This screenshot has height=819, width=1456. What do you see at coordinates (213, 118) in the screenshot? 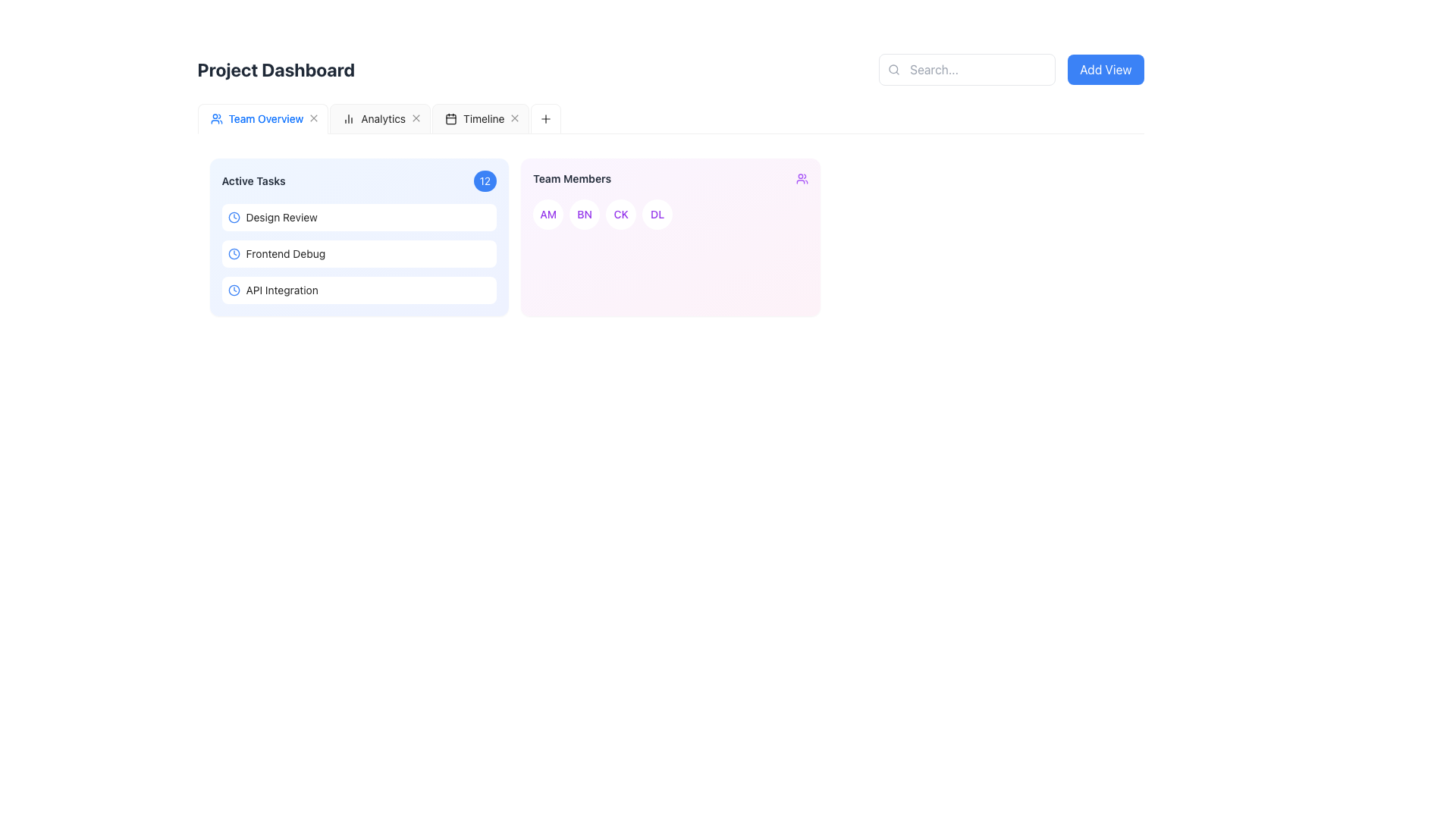
I see `the button that adds a new tab` at bounding box center [213, 118].